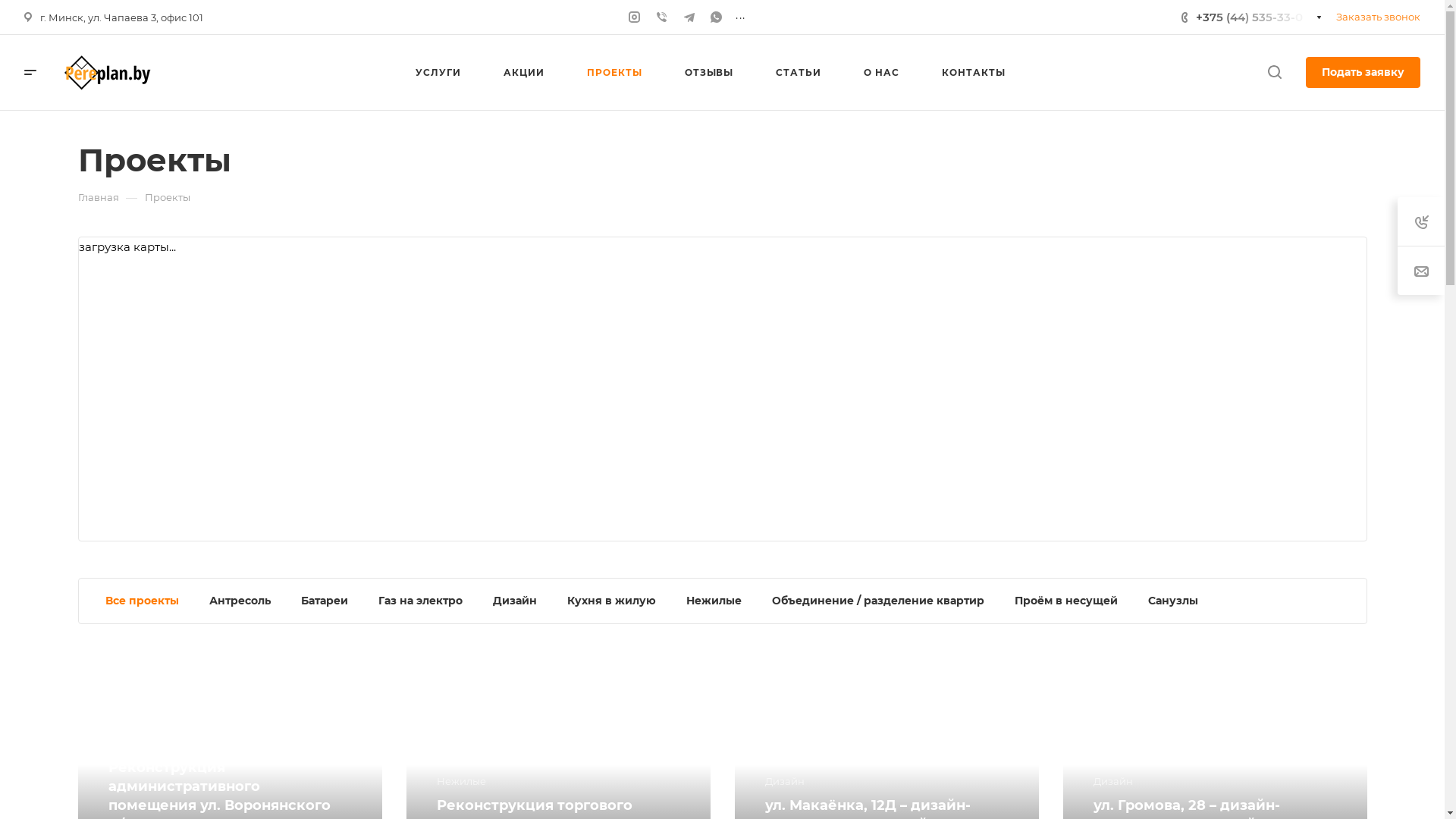 The image size is (1456, 819). Describe the element at coordinates (1253, 17) in the screenshot. I see `'+375 (44) 535-33-0'` at that location.